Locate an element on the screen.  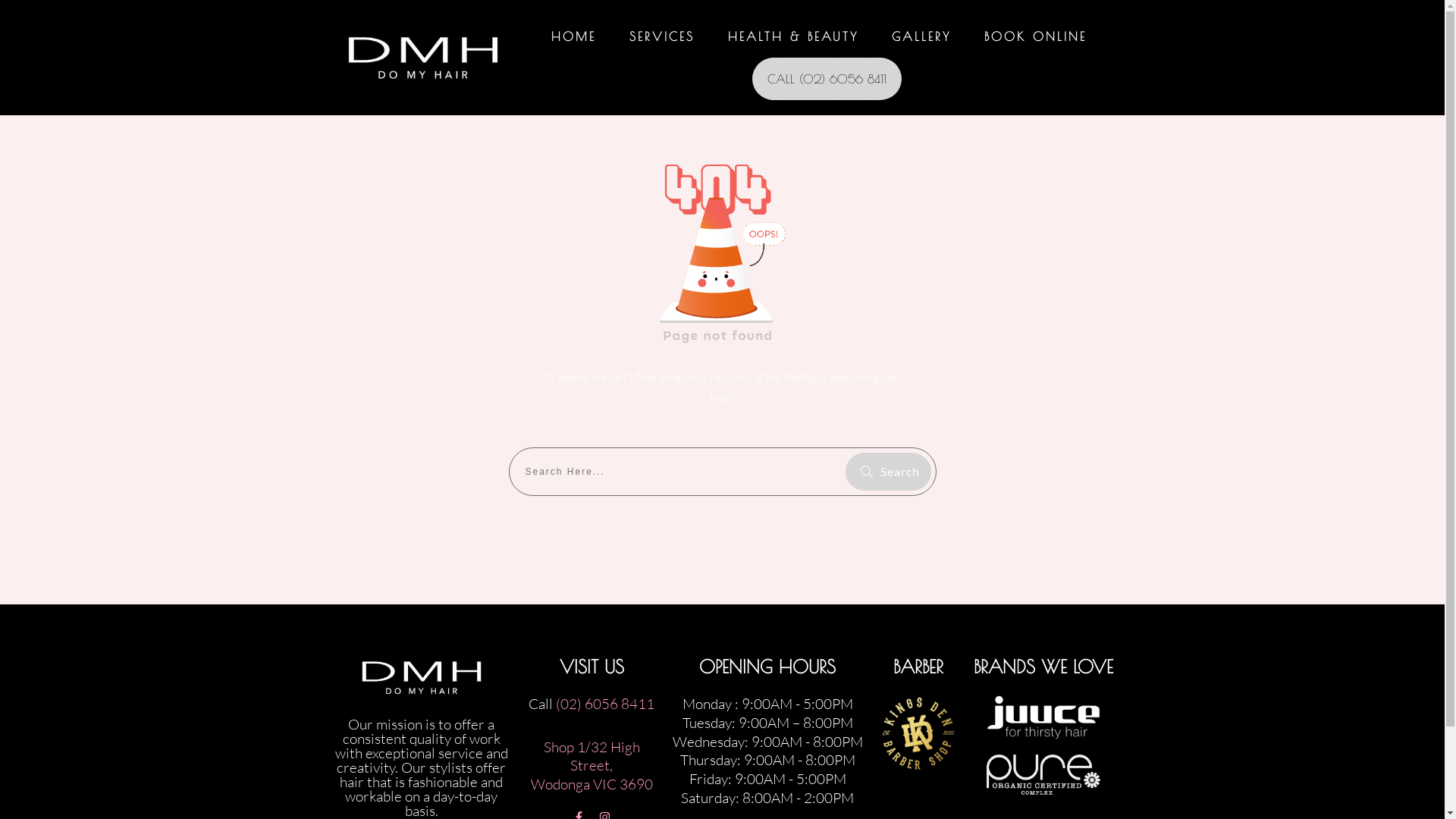
'BOOK ONLINE' is located at coordinates (1034, 35).